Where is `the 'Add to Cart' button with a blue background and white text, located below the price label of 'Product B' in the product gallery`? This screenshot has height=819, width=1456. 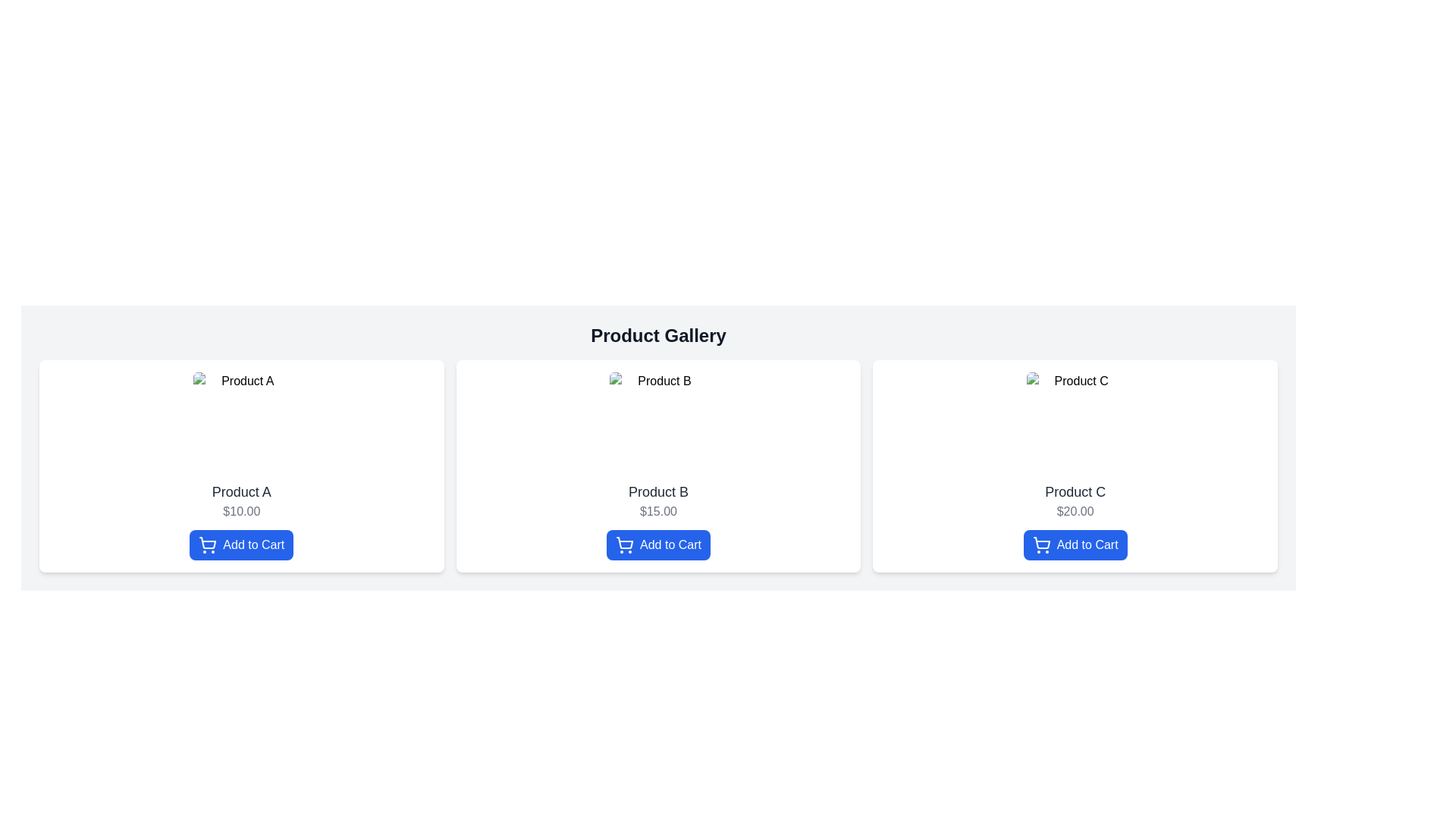
the 'Add to Cart' button with a blue background and white text, located below the price label of 'Product B' in the product gallery is located at coordinates (658, 544).